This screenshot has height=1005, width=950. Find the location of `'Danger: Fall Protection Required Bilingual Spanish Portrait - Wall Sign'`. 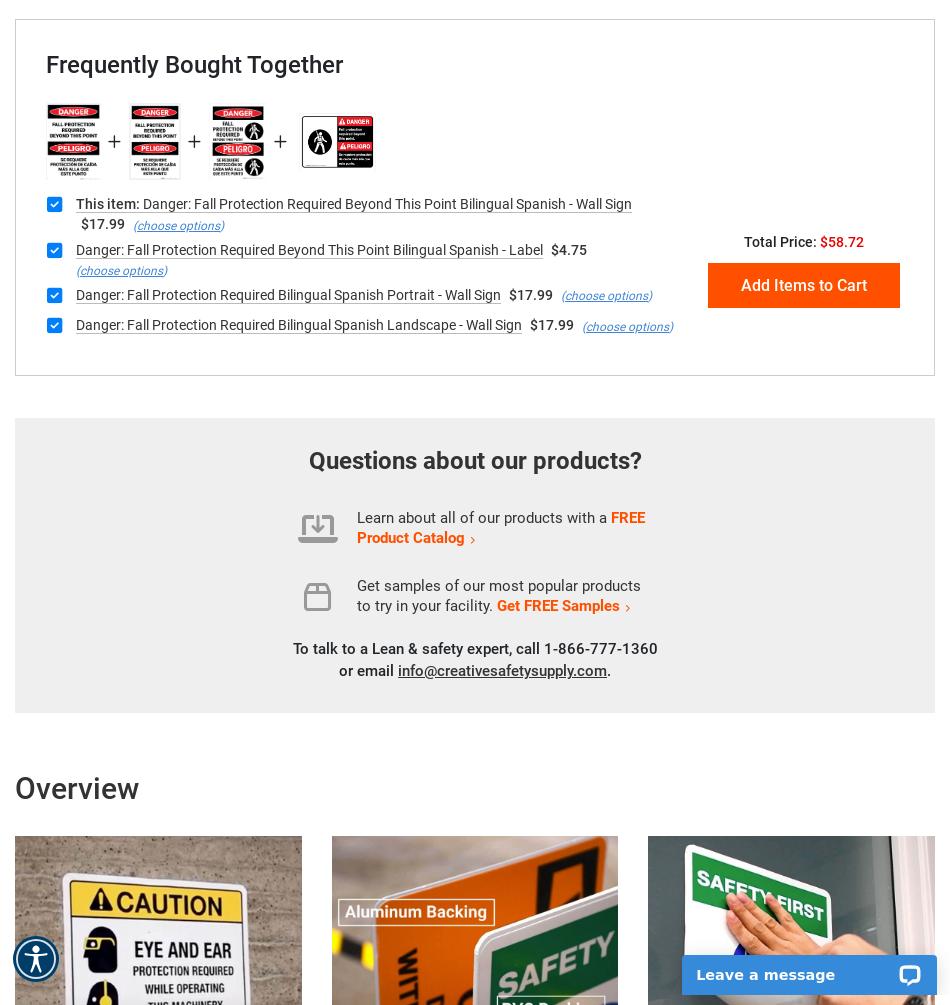

'Danger: Fall Protection Required Bilingual Spanish Portrait - Wall Sign' is located at coordinates (287, 292).